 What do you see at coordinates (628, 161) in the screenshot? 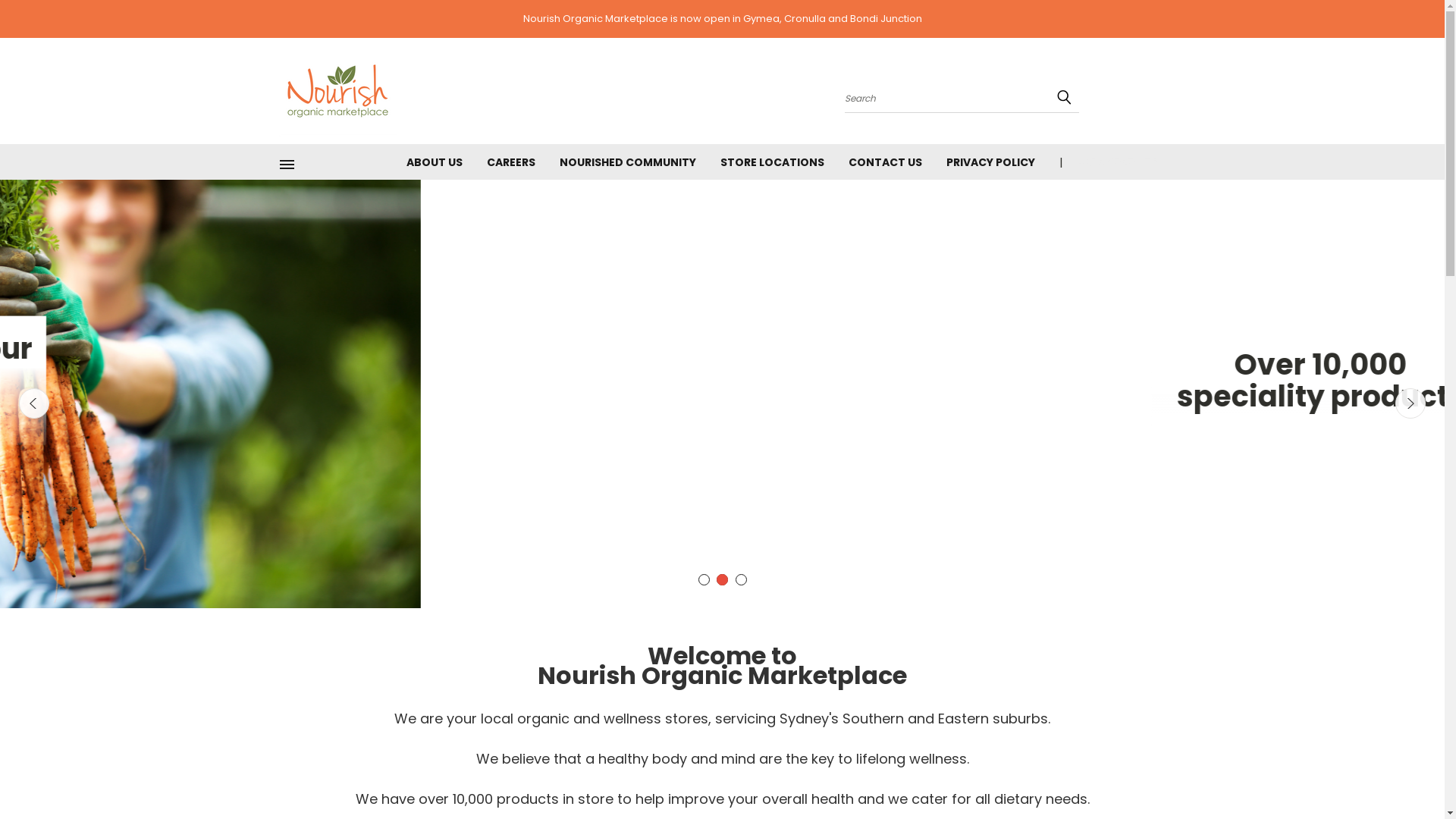
I see `'NOURISHED COMMUNITY'` at bounding box center [628, 161].